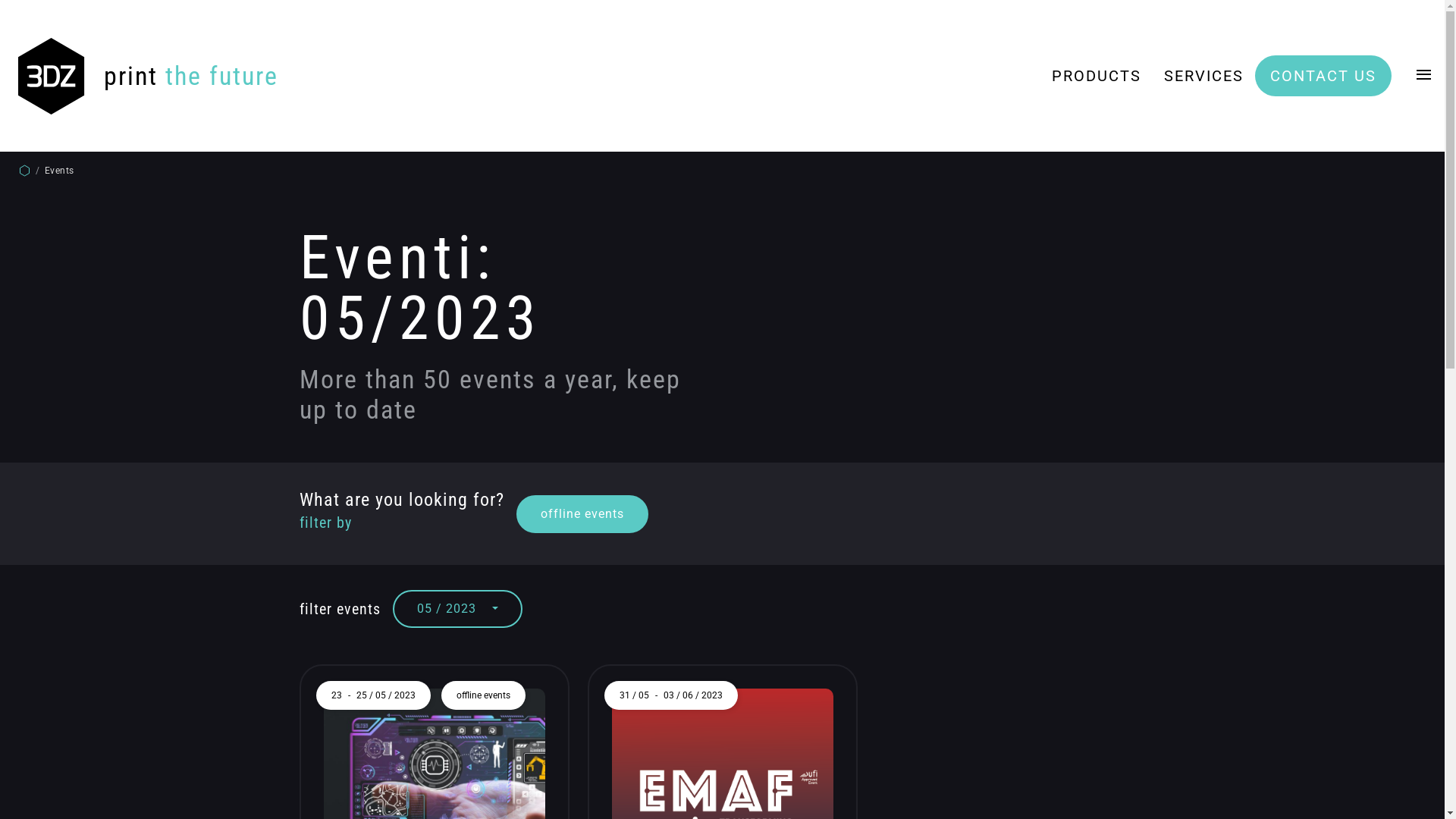  Describe the element at coordinates (393, 607) in the screenshot. I see `'05 / 2023'` at that location.